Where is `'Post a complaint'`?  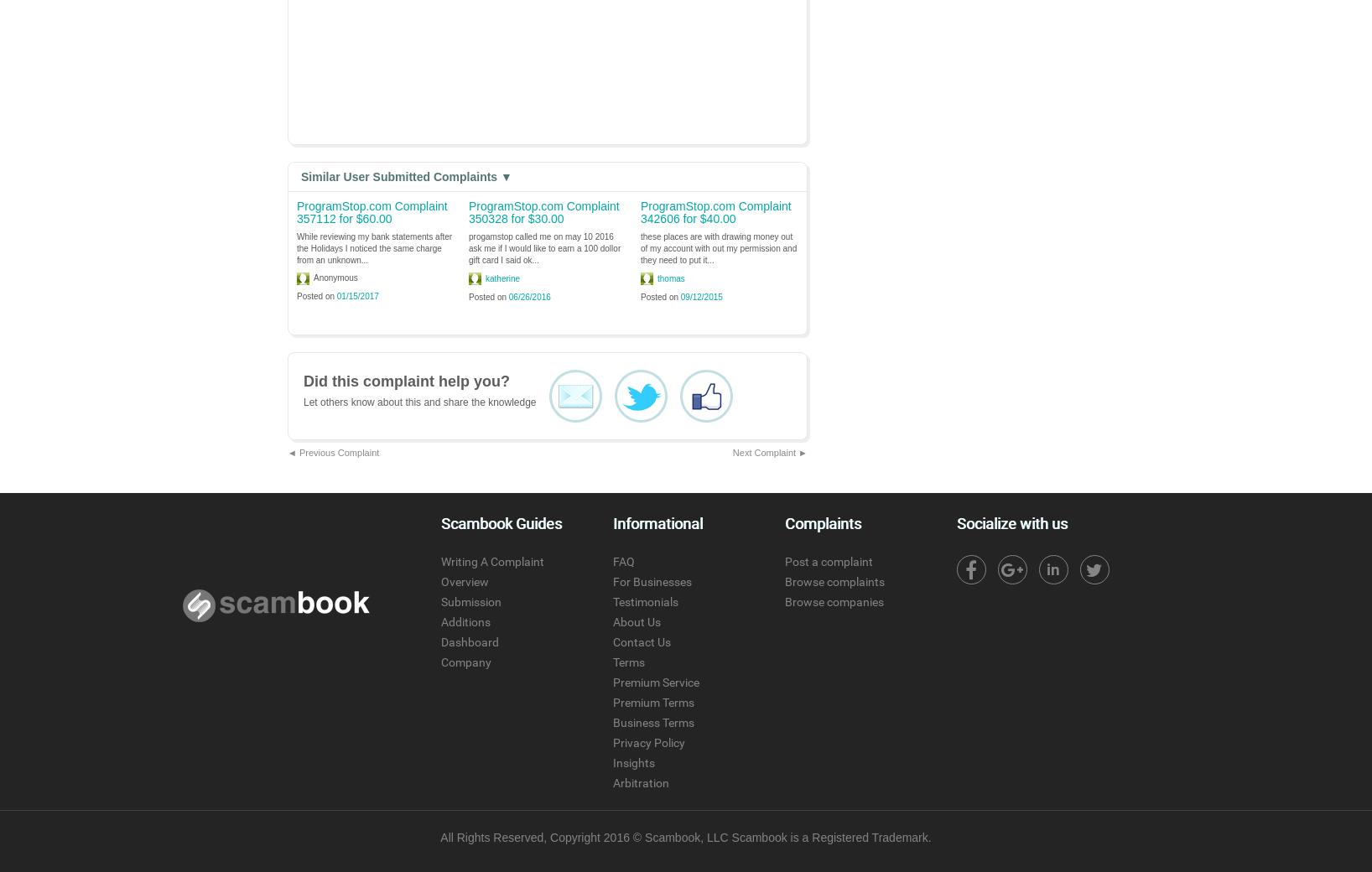 'Post a complaint' is located at coordinates (827, 561).